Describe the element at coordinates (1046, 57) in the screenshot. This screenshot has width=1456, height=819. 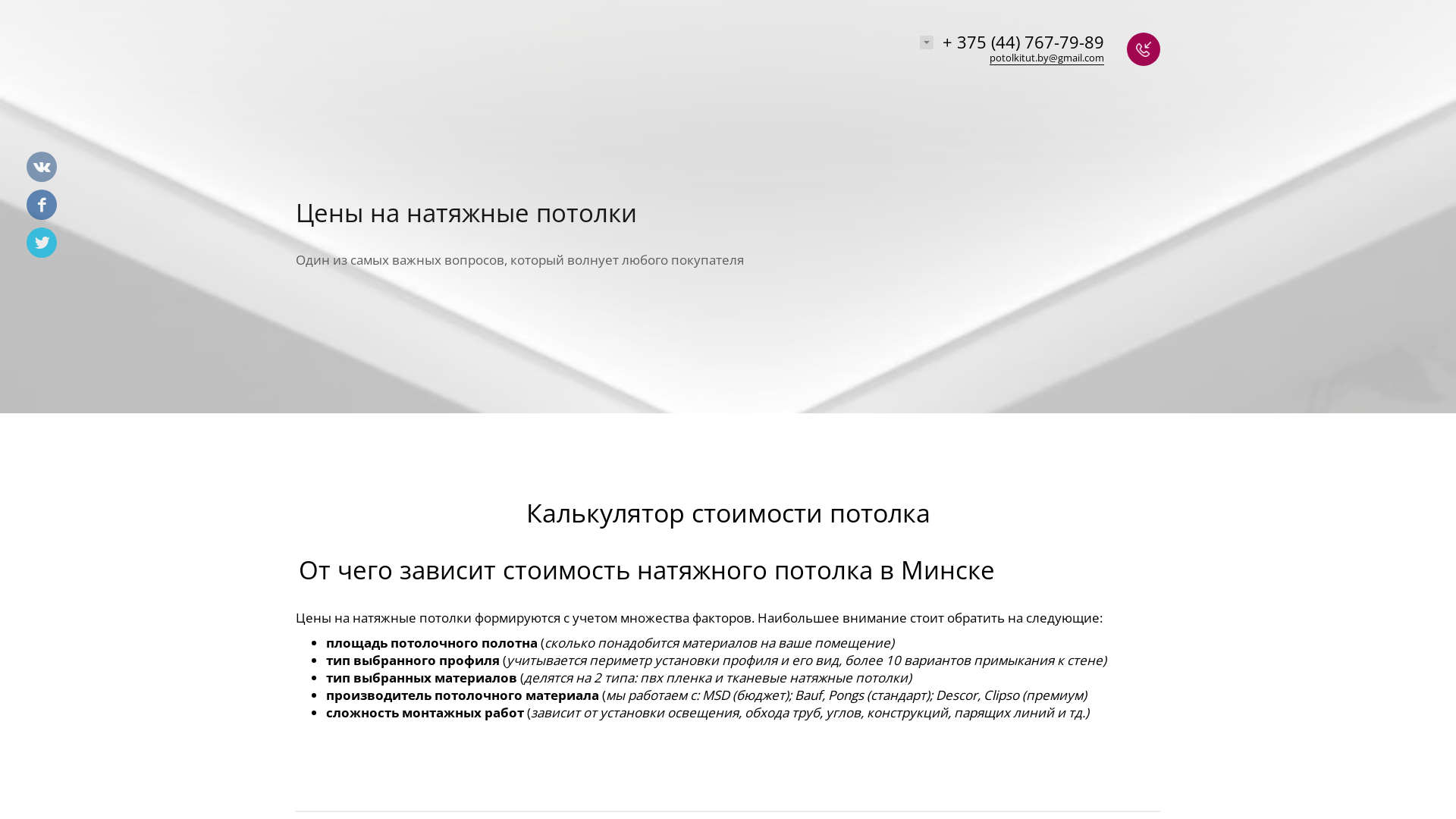
I see `'potolkitut.by@gmail.com'` at that location.